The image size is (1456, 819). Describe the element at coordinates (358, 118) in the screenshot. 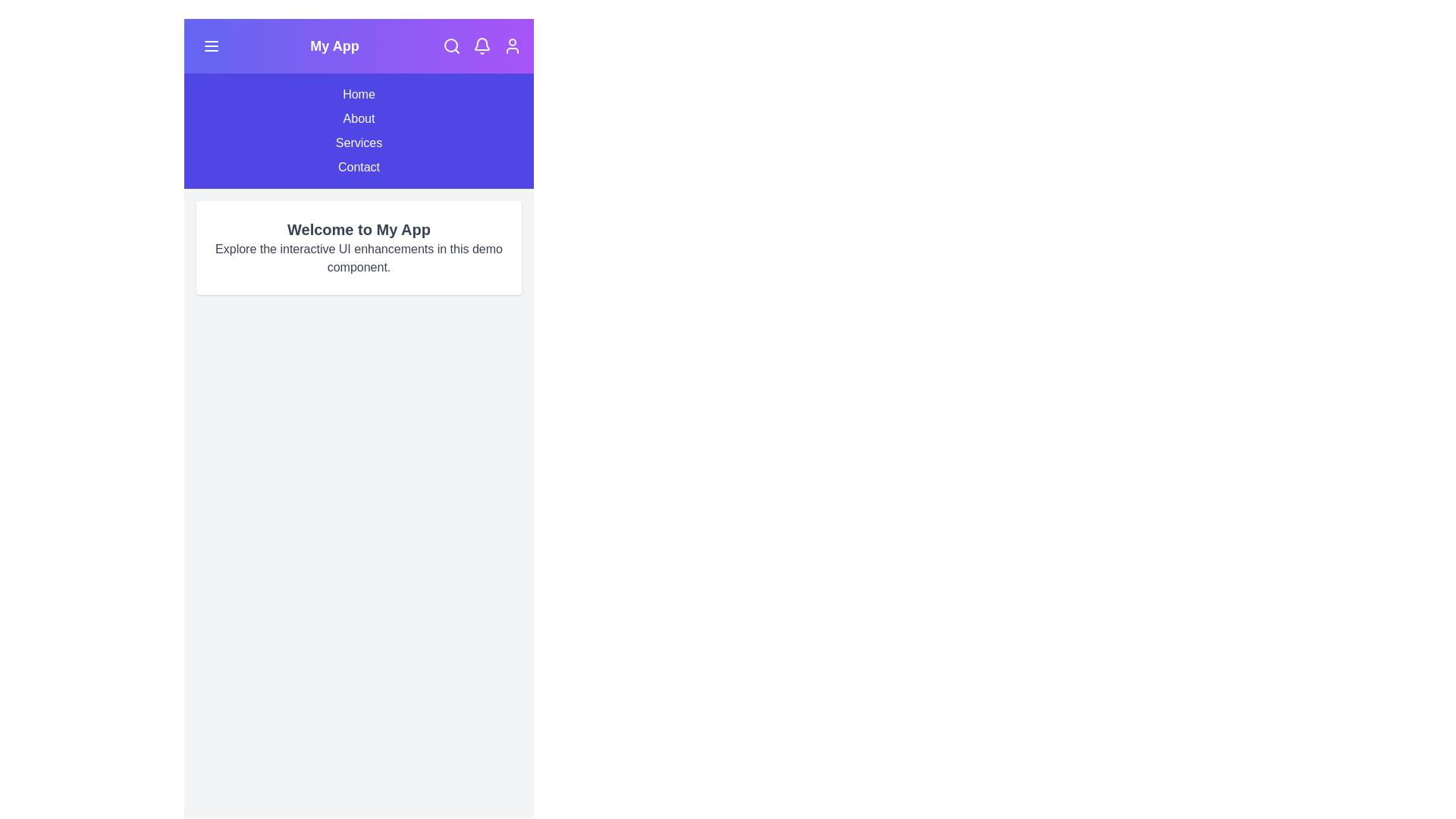

I see `the menu item About from the navigation menu` at that location.